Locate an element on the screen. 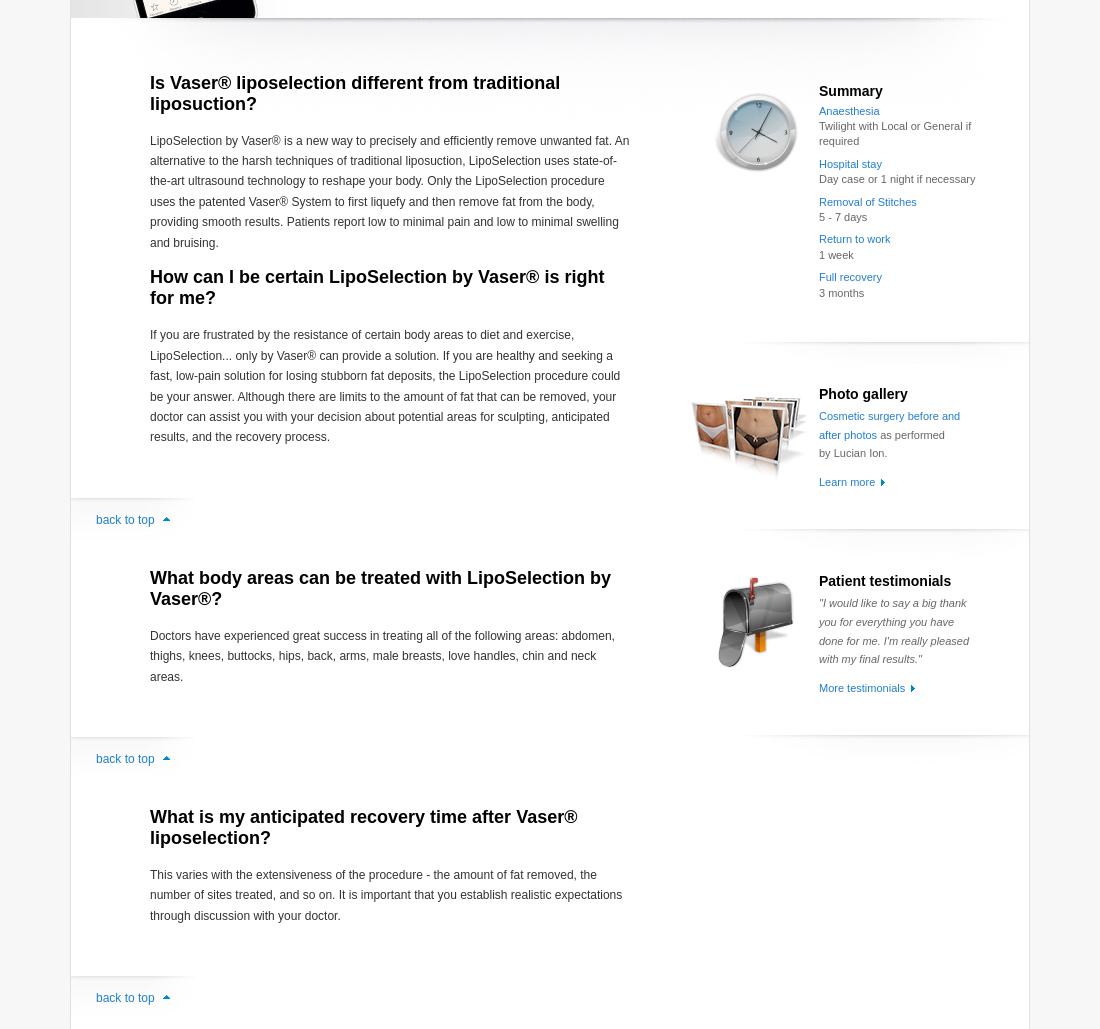 This screenshot has height=1029, width=1100. 'Doctors have experienced great success in treating all of the following areas: abdomen, thighs, knees, buttocks, hips, back, arms, male breasts, love handles, chin and neck areas.' is located at coordinates (149, 655).